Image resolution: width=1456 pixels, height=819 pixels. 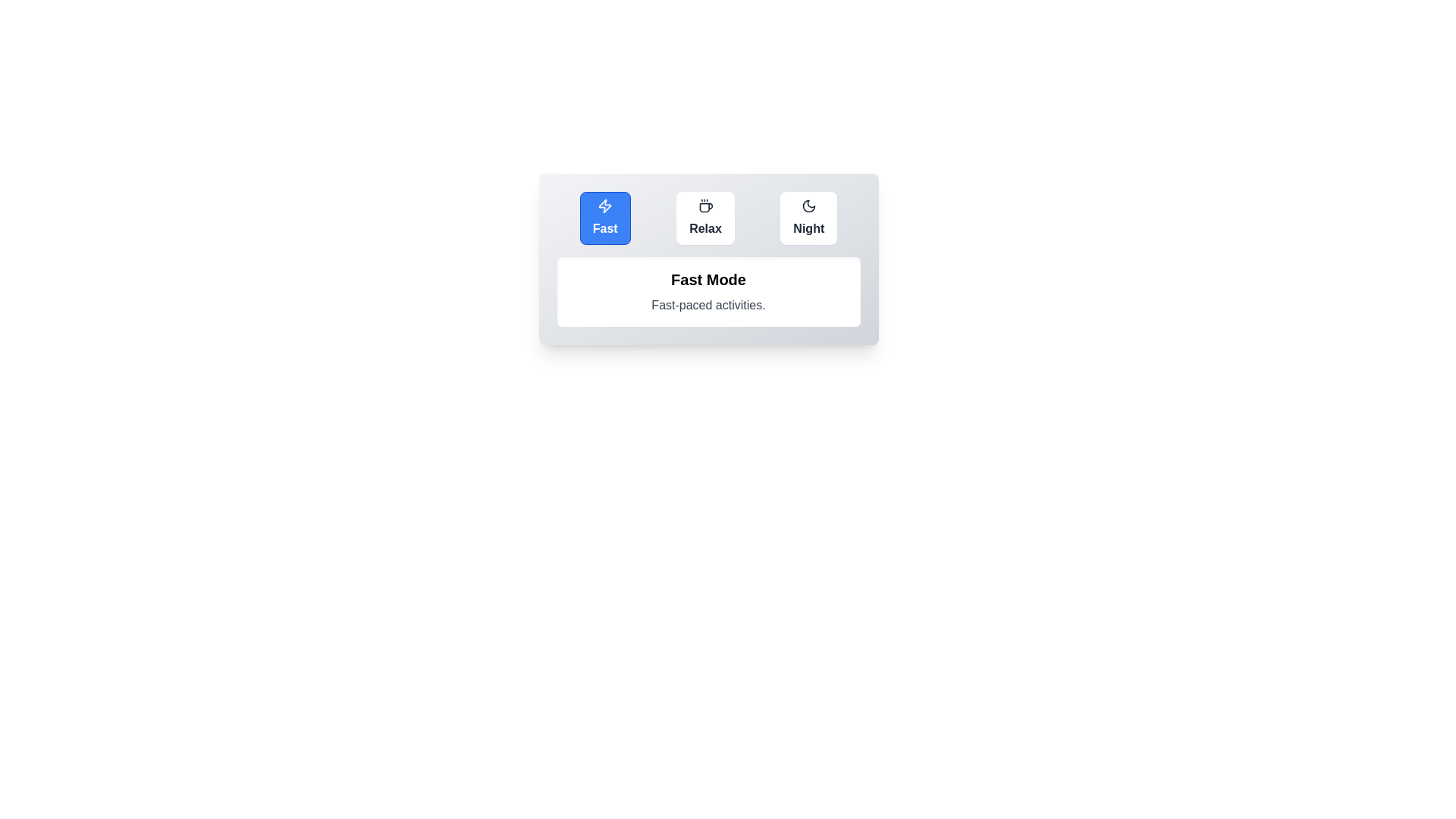 What do you see at coordinates (604, 228) in the screenshot?
I see `the label of the leftmost button in a horizontal row of three buttons, which identifies the button's functionality and displays the text 'Fast'` at bounding box center [604, 228].